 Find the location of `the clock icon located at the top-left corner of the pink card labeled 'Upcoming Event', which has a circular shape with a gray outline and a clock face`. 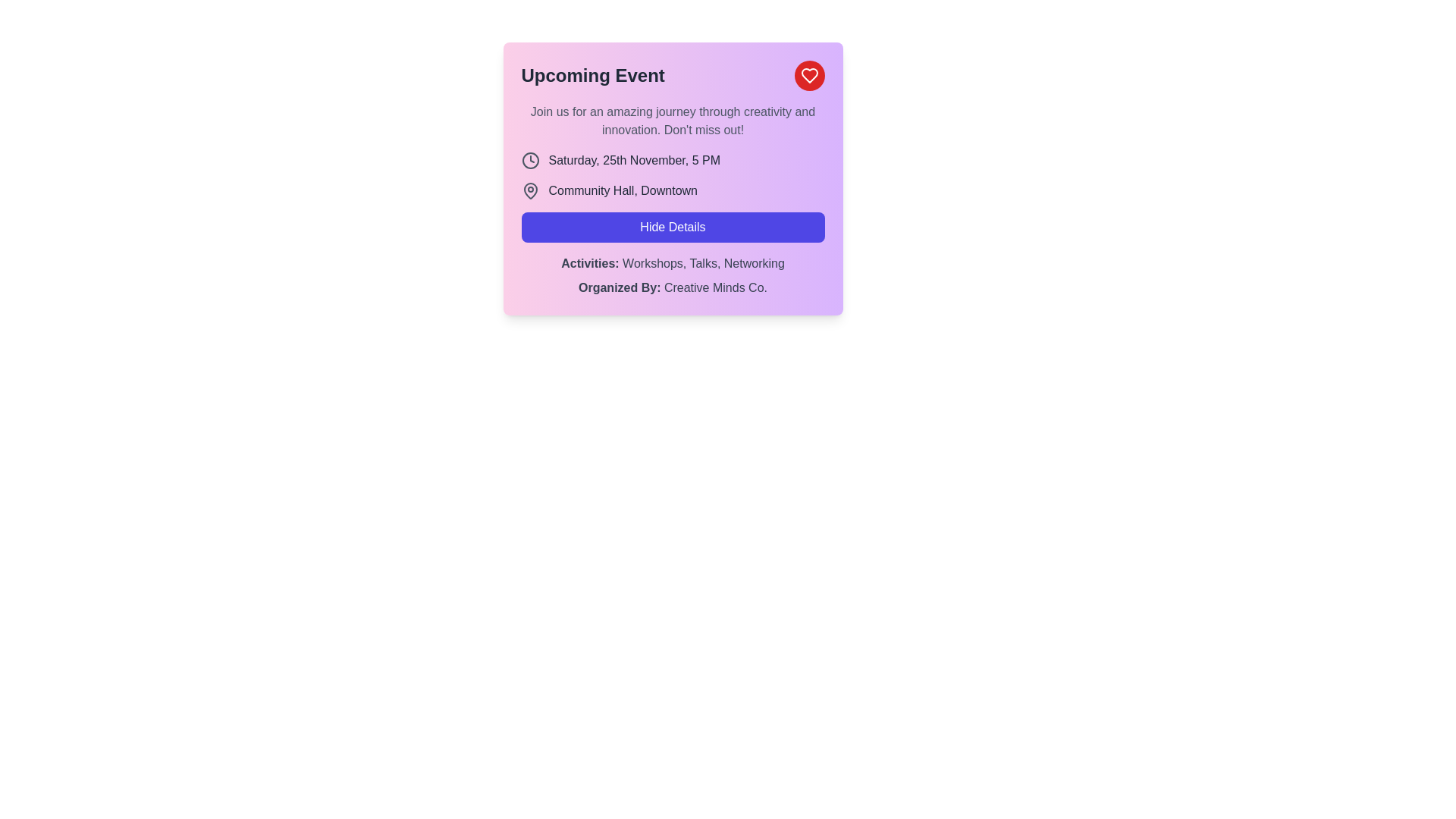

the clock icon located at the top-left corner of the pink card labeled 'Upcoming Event', which has a circular shape with a gray outline and a clock face is located at coordinates (530, 161).